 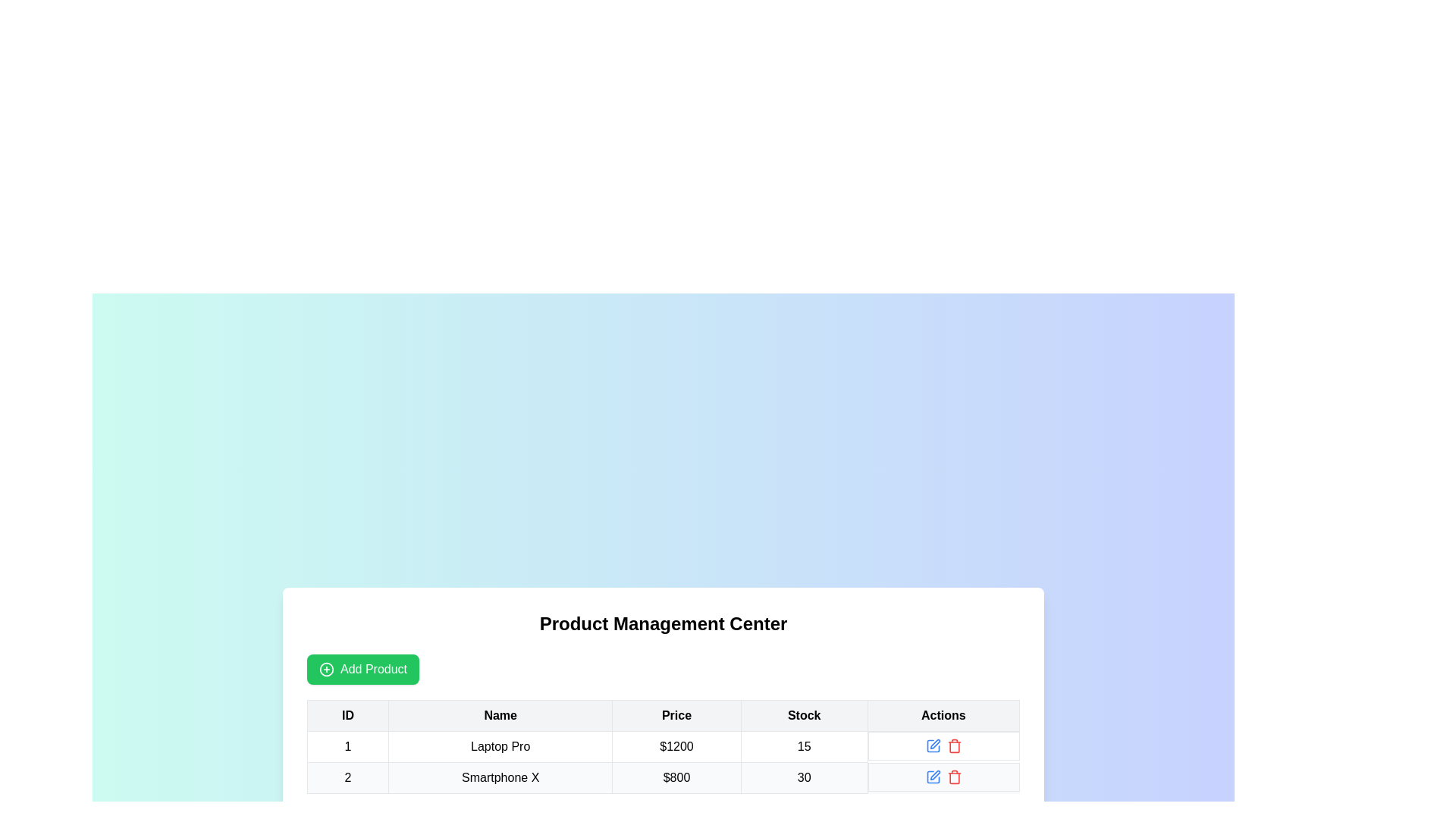 I want to click on the delete button, the second interactive icon in the 'Actions' column of the second row of the data table, so click(x=953, y=777).